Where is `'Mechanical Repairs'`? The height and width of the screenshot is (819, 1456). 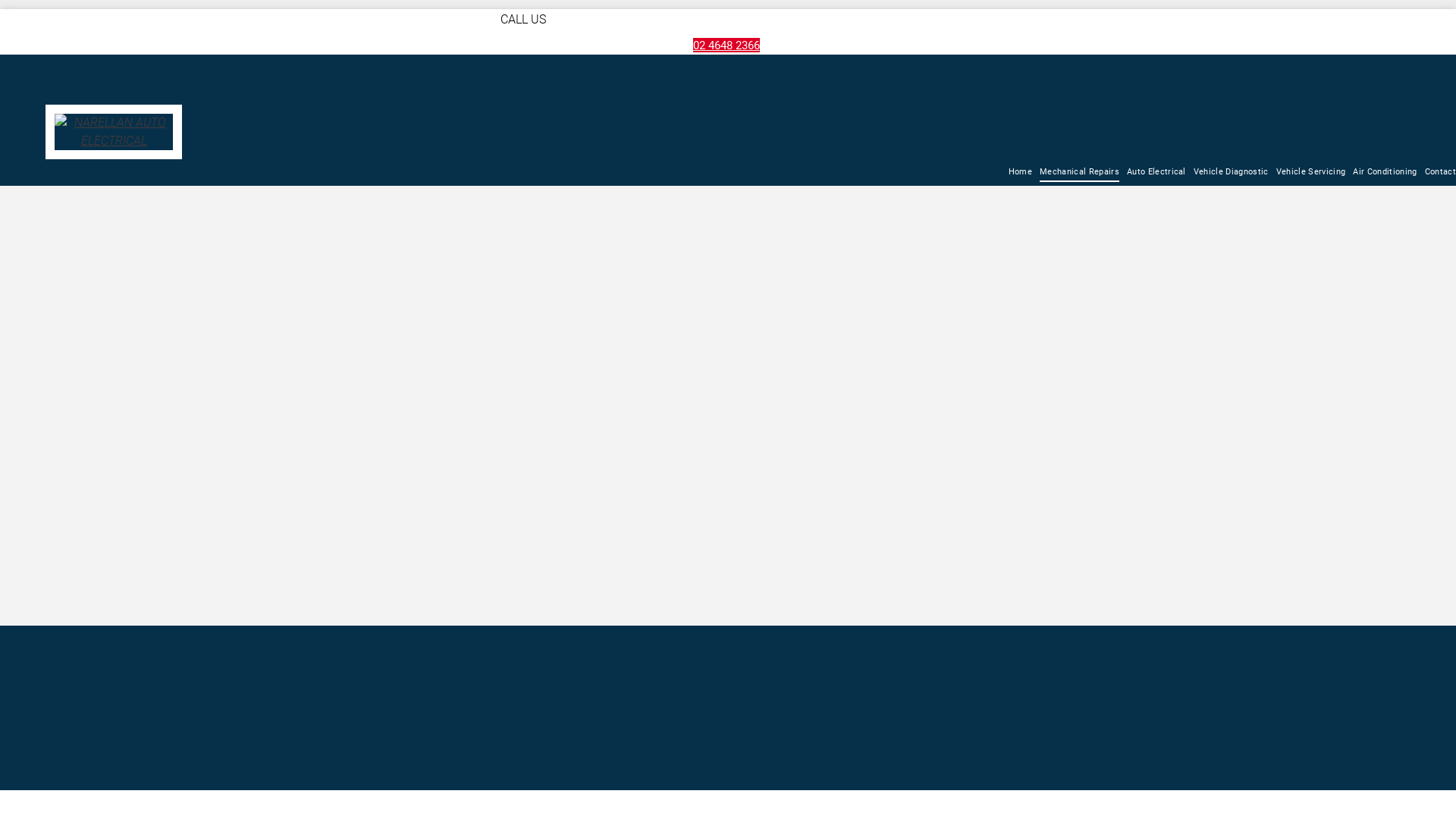 'Mechanical Repairs' is located at coordinates (1078, 171).